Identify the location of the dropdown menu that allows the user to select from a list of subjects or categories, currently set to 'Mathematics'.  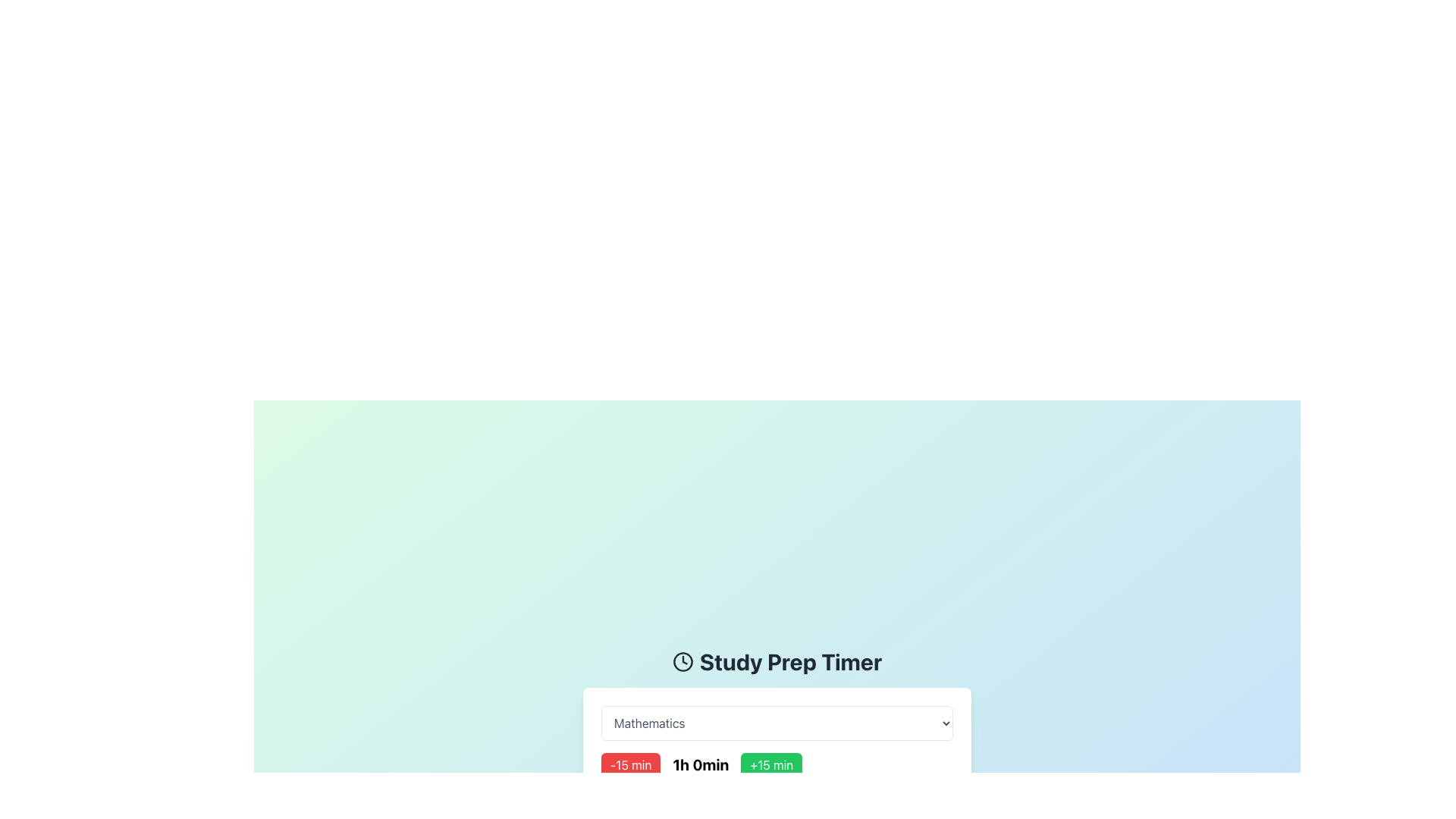
(777, 722).